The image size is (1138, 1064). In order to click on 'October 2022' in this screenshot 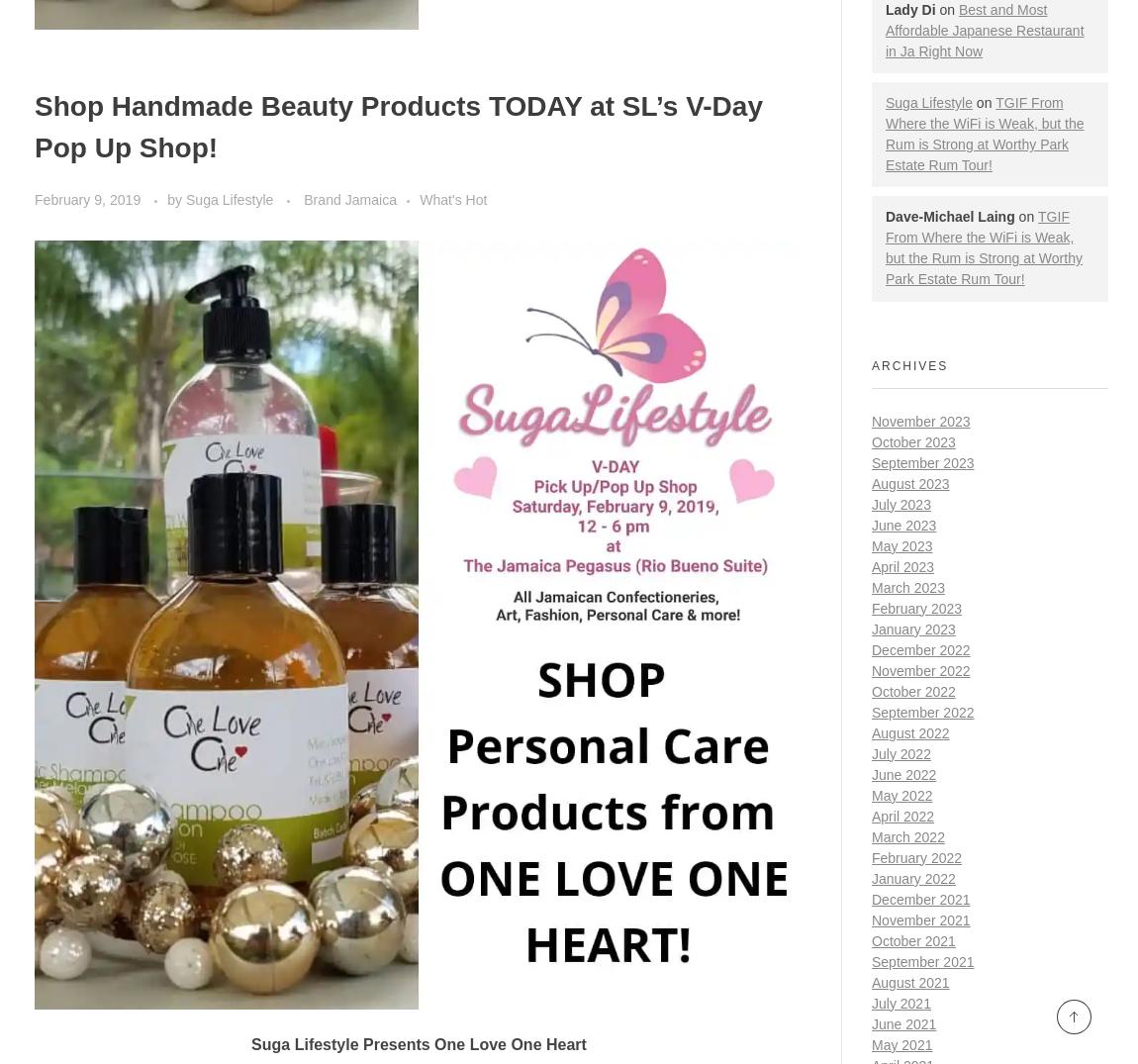, I will do `click(912, 689)`.